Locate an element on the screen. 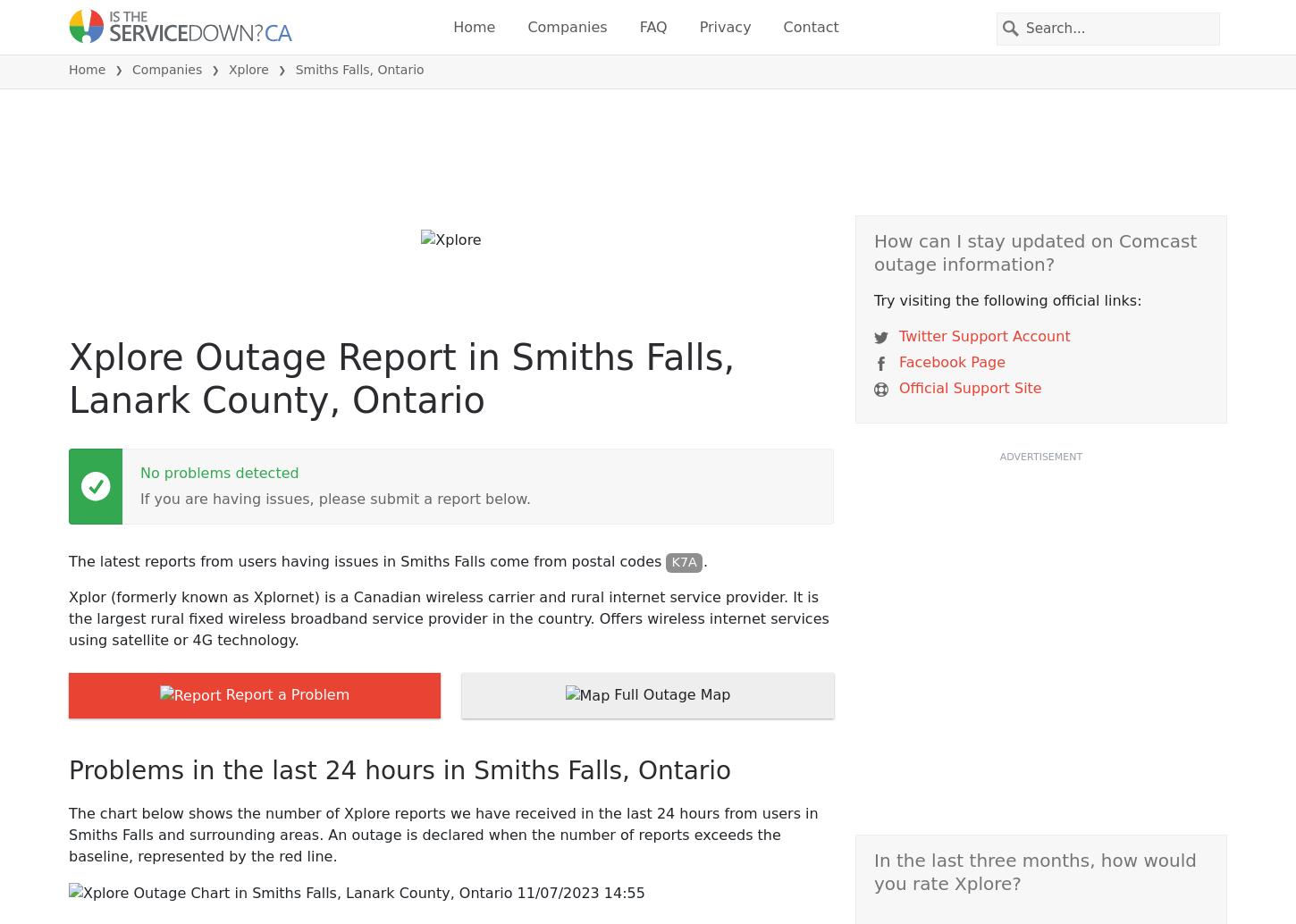 This screenshot has height=924, width=1296. 'Xplore Issues Reports' is located at coordinates (202, 209).